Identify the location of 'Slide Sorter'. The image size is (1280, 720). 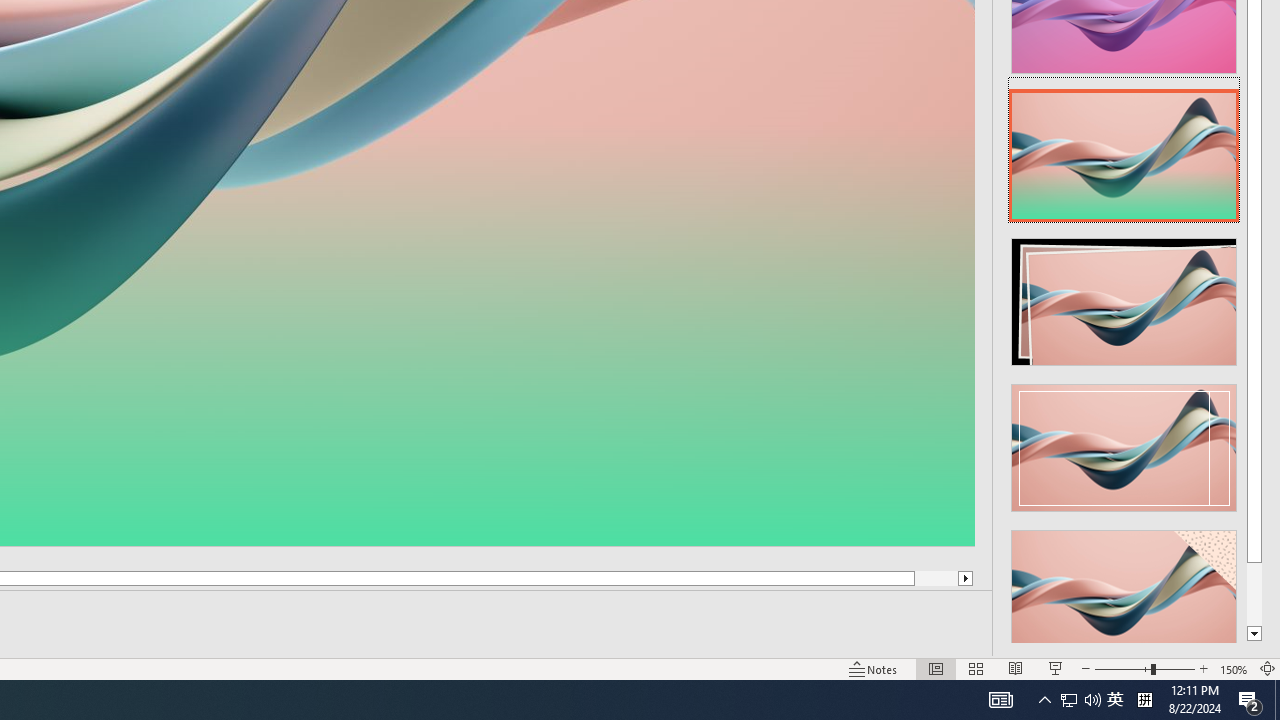
(976, 669).